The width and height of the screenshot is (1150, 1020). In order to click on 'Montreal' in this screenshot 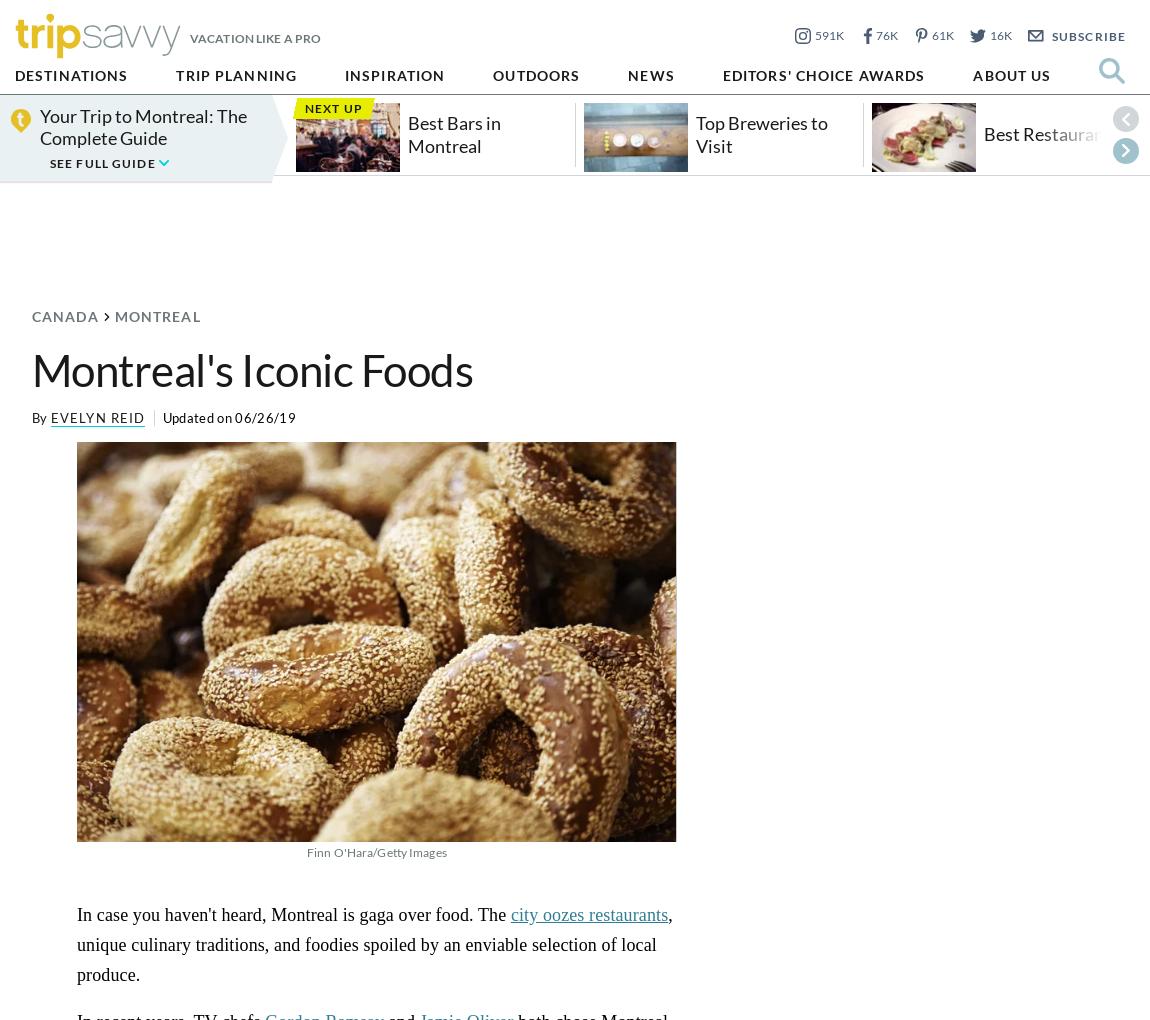, I will do `click(155, 316)`.